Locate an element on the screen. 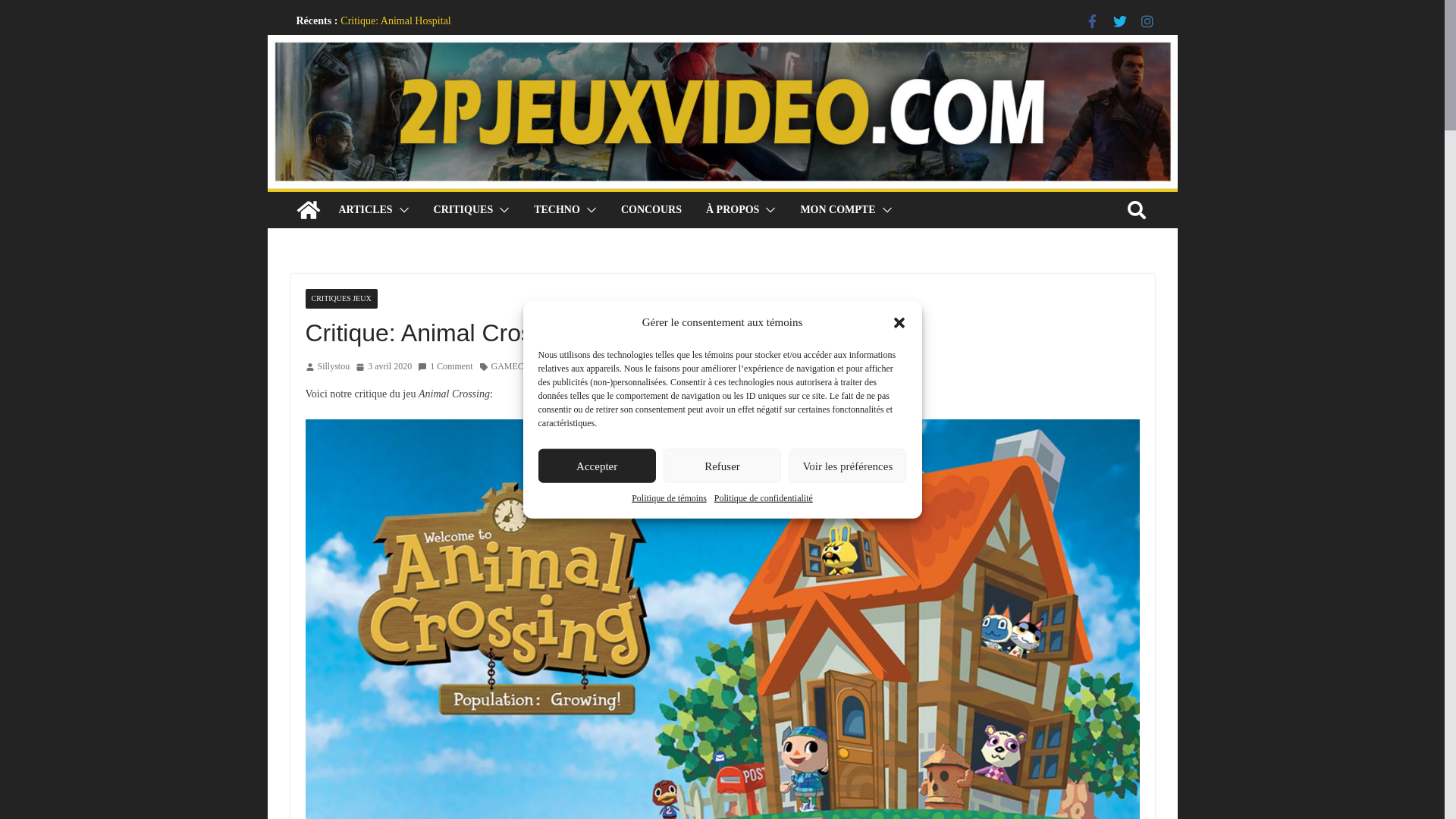 Image resolution: width=1456 pixels, height=819 pixels. 'MON COMPTE' is located at coordinates (836, 210).